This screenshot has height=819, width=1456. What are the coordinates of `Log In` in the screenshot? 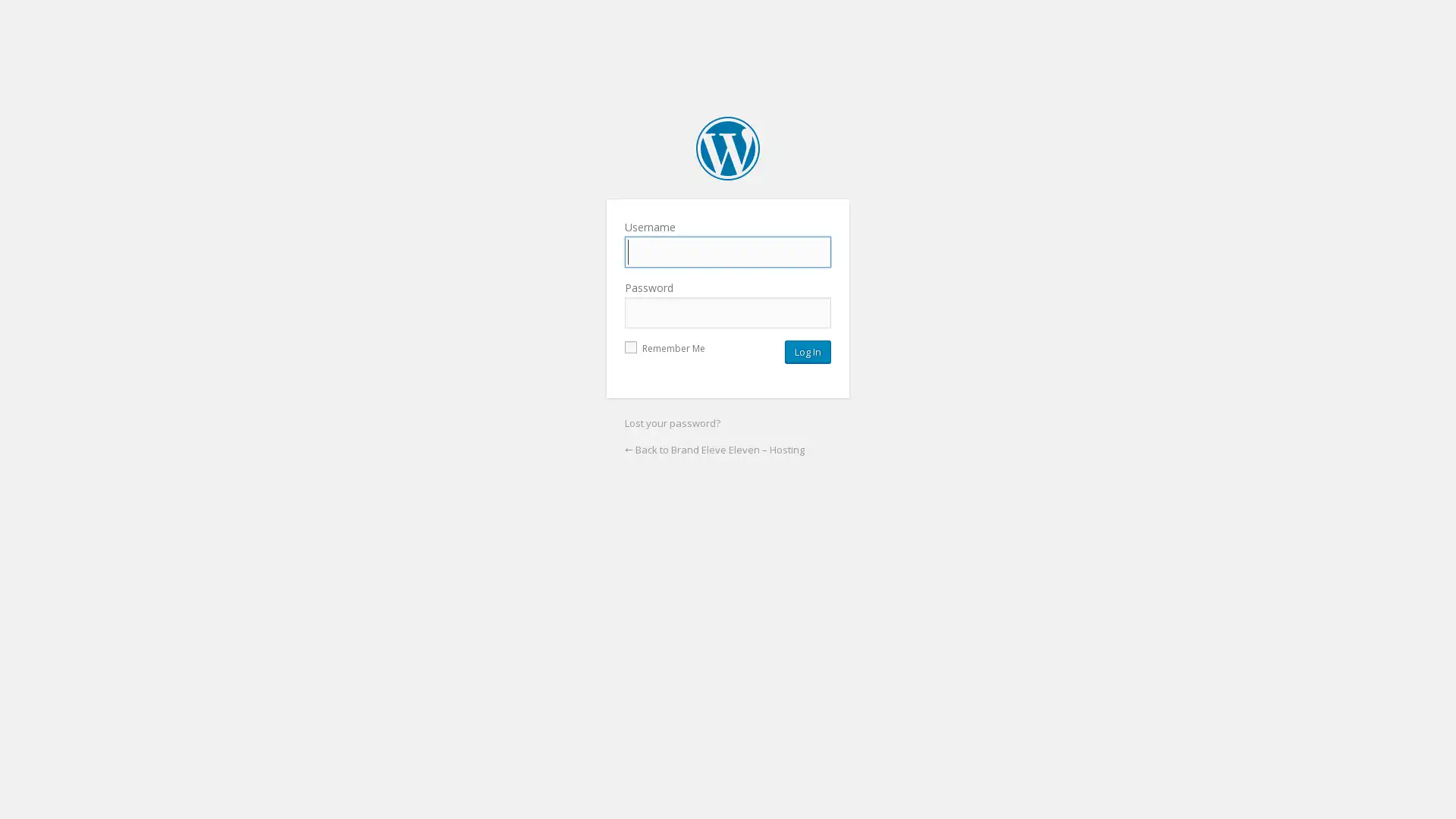 It's located at (807, 350).